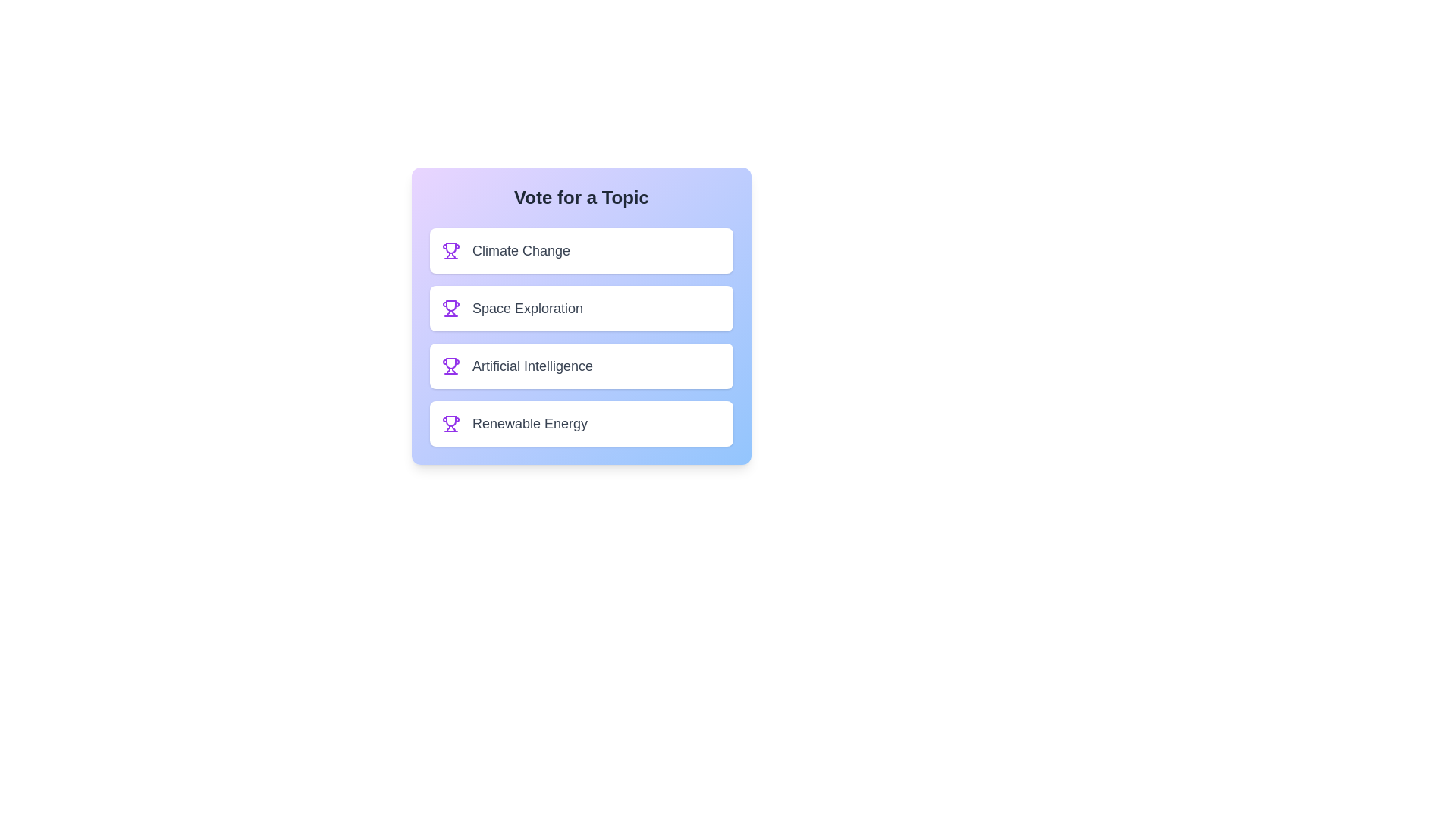 The image size is (1456, 819). Describe the element at coordinates (581, 197) in the screenshot. I see `the text label that says 'Vote for a Topic', which is styled in bold, extra-large, dark-gray font and is centered above a list of selectable options` at that location.